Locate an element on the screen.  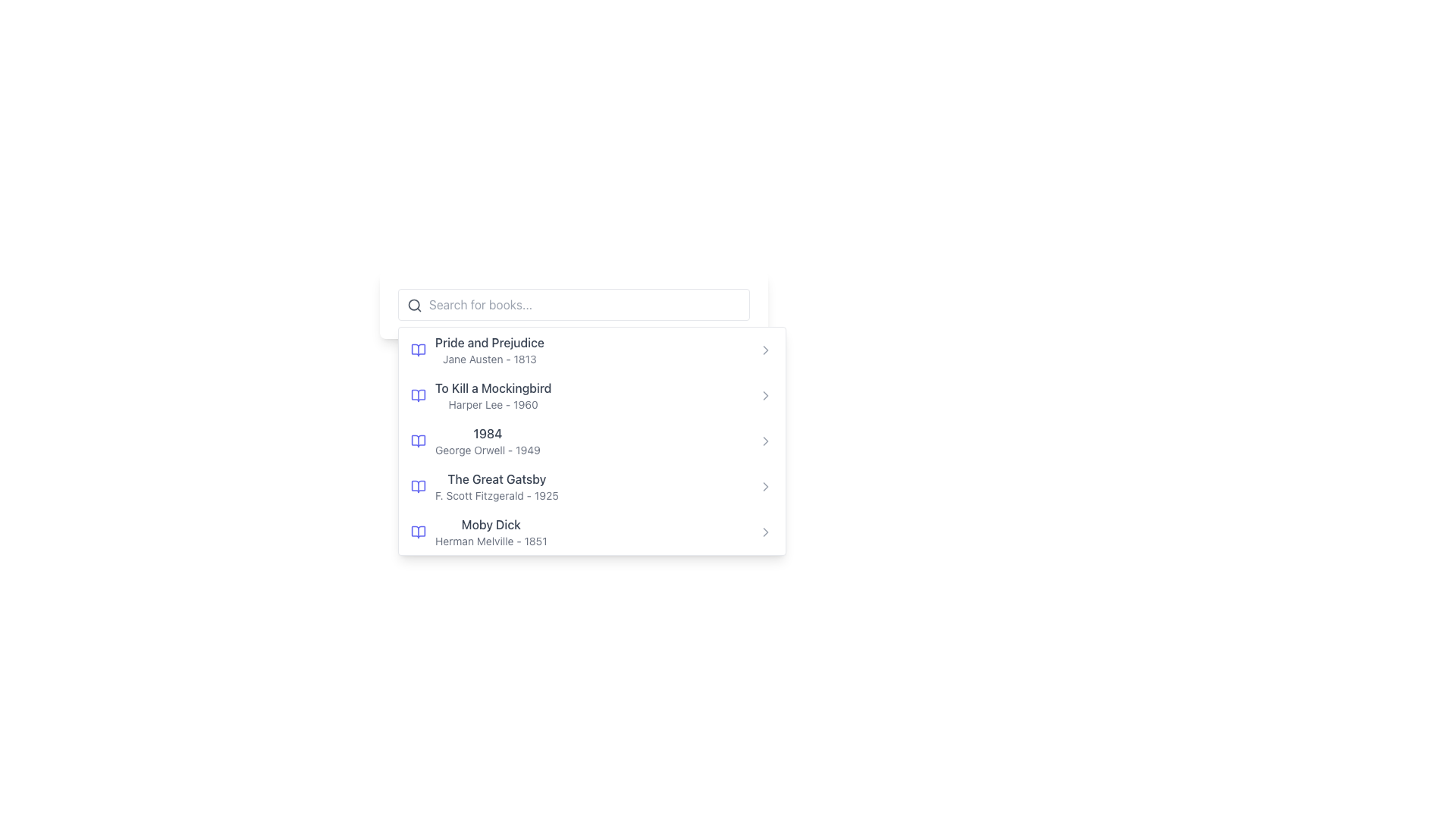
static text element displaying 'F. Scott Fitzgerald - 1925', which is styled in light gray and located below 'The Great Gatsby' is located at coordinates (497, 496).